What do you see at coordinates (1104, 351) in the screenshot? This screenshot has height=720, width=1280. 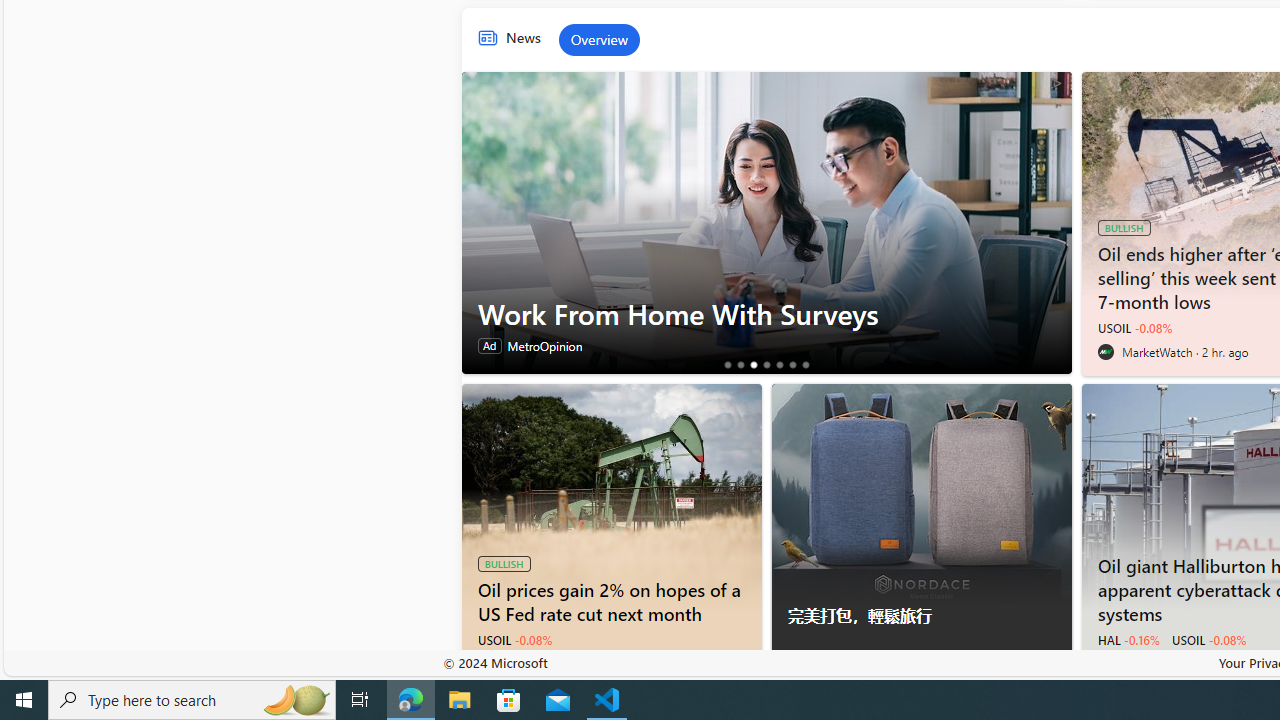 I see `'MarketWatch'` at bounding box center [1104, 351].